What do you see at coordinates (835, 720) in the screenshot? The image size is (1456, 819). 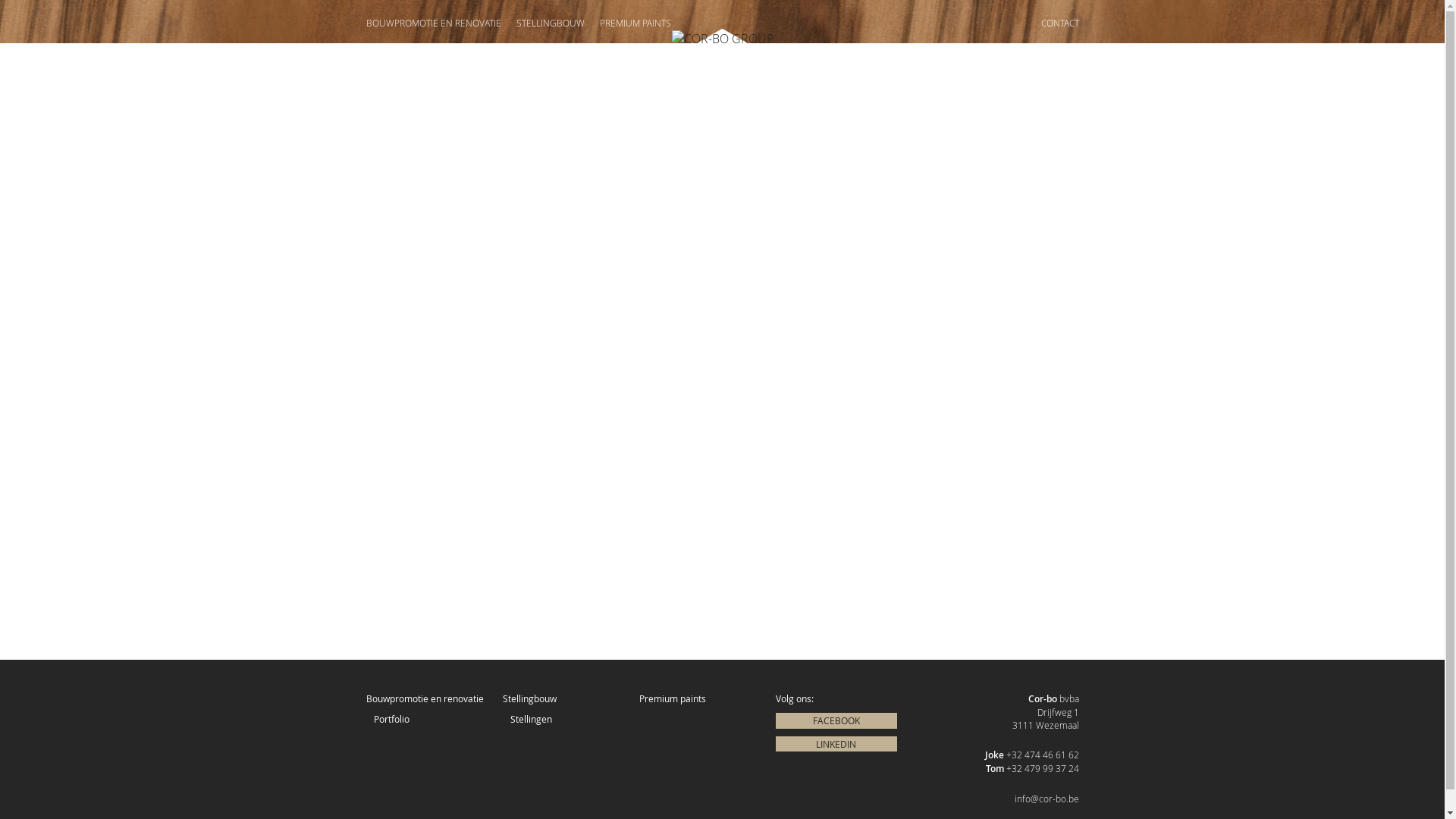 I see `'FACEBOOK'` at bounding box center [835, 720].